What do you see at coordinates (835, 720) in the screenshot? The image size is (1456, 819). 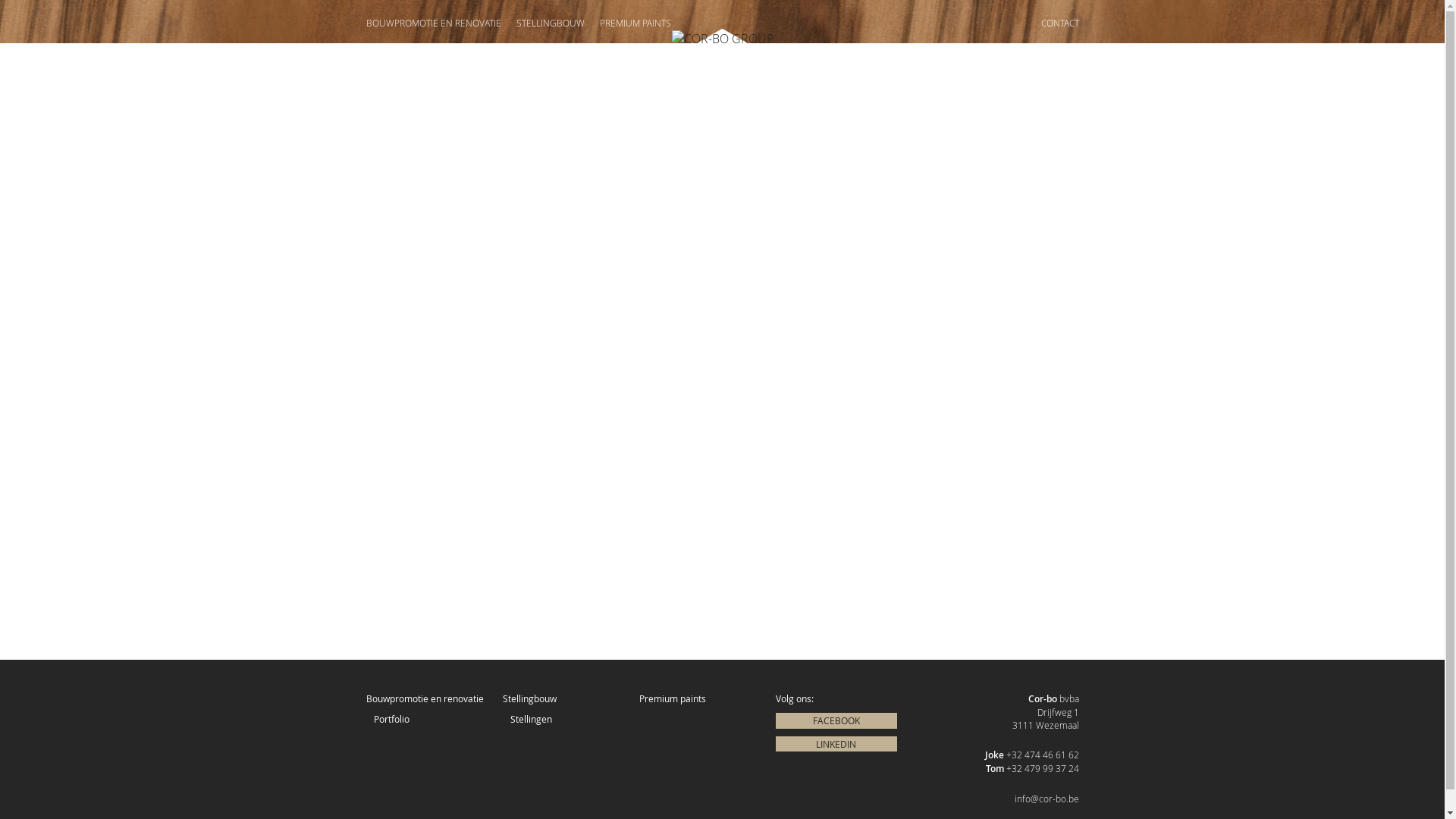 I see `'FACEBOOK'` at bounding box center [835, 720].